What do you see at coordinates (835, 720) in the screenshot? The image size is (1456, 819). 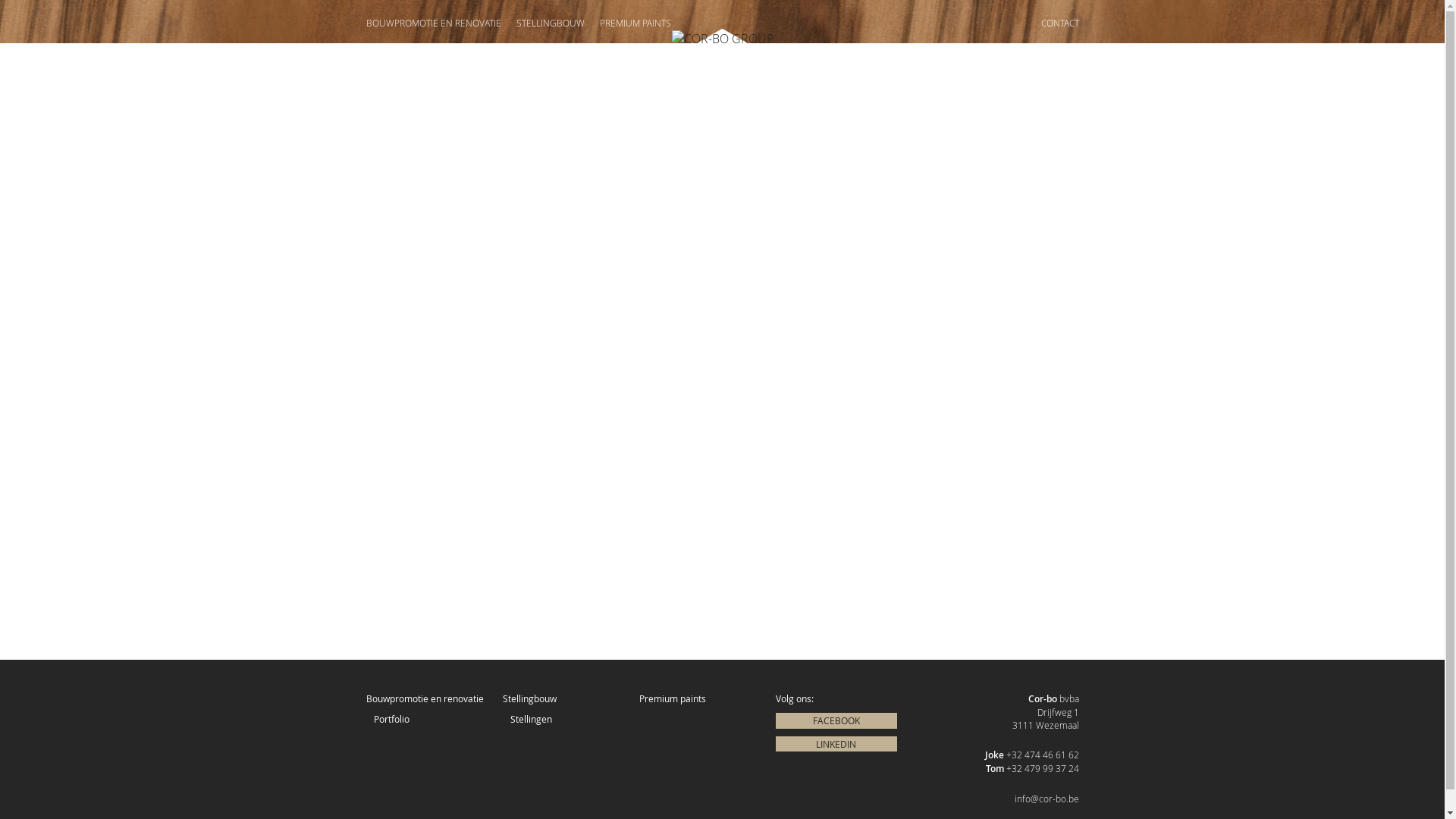 I see `'FACEBOOK'` at bounding box center [835, 720].